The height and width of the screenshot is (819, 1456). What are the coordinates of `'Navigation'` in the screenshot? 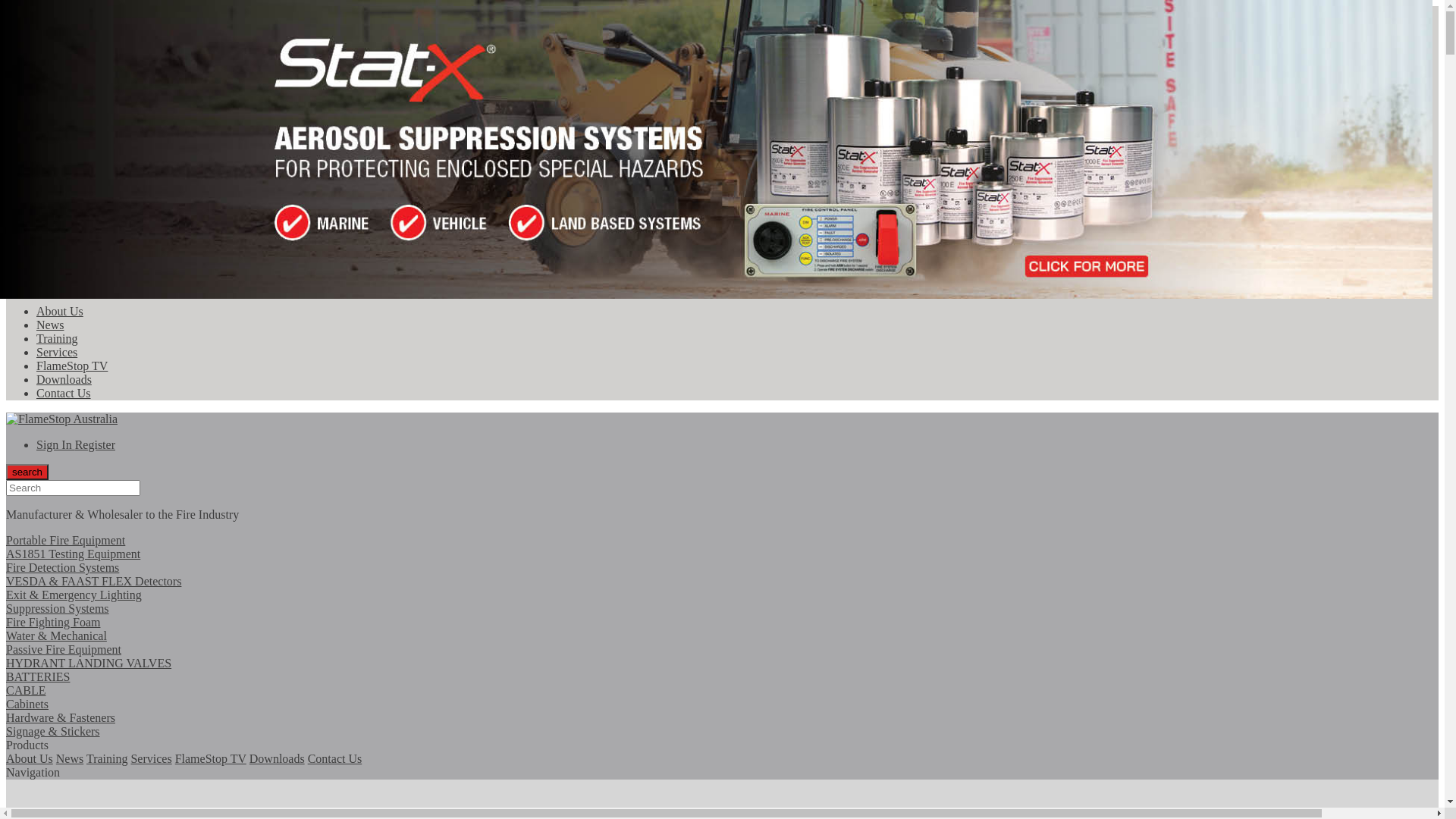 It's located at (33, 772).